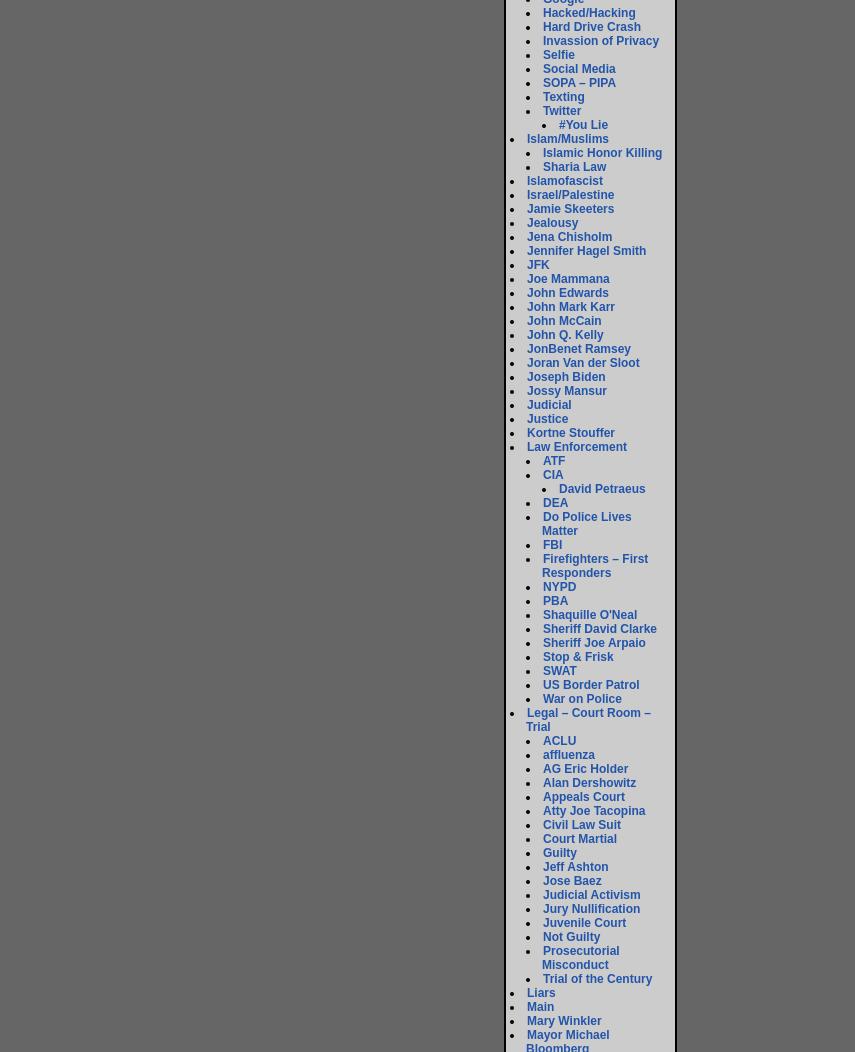  I want to click on 'Social Media', so click(578, 68).